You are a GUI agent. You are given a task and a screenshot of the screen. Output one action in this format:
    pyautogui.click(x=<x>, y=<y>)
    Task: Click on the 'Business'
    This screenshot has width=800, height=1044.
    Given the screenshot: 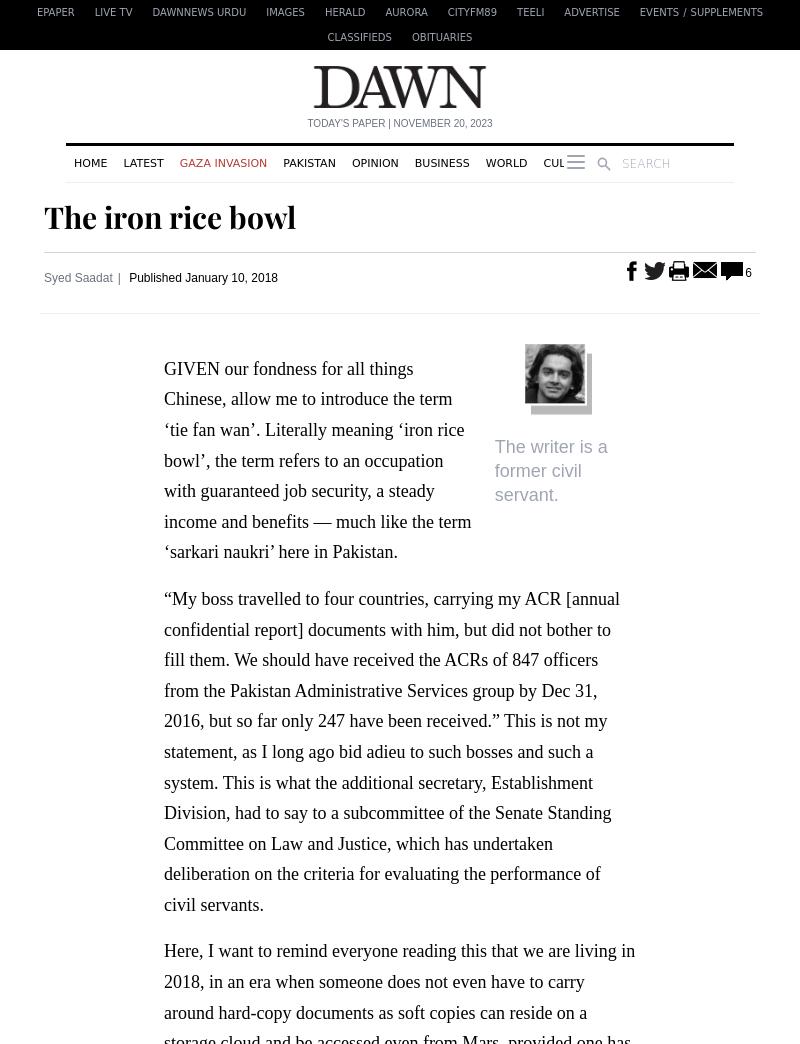 What is the action you would take?
    pyautogui.click(x=440, y=161)
    